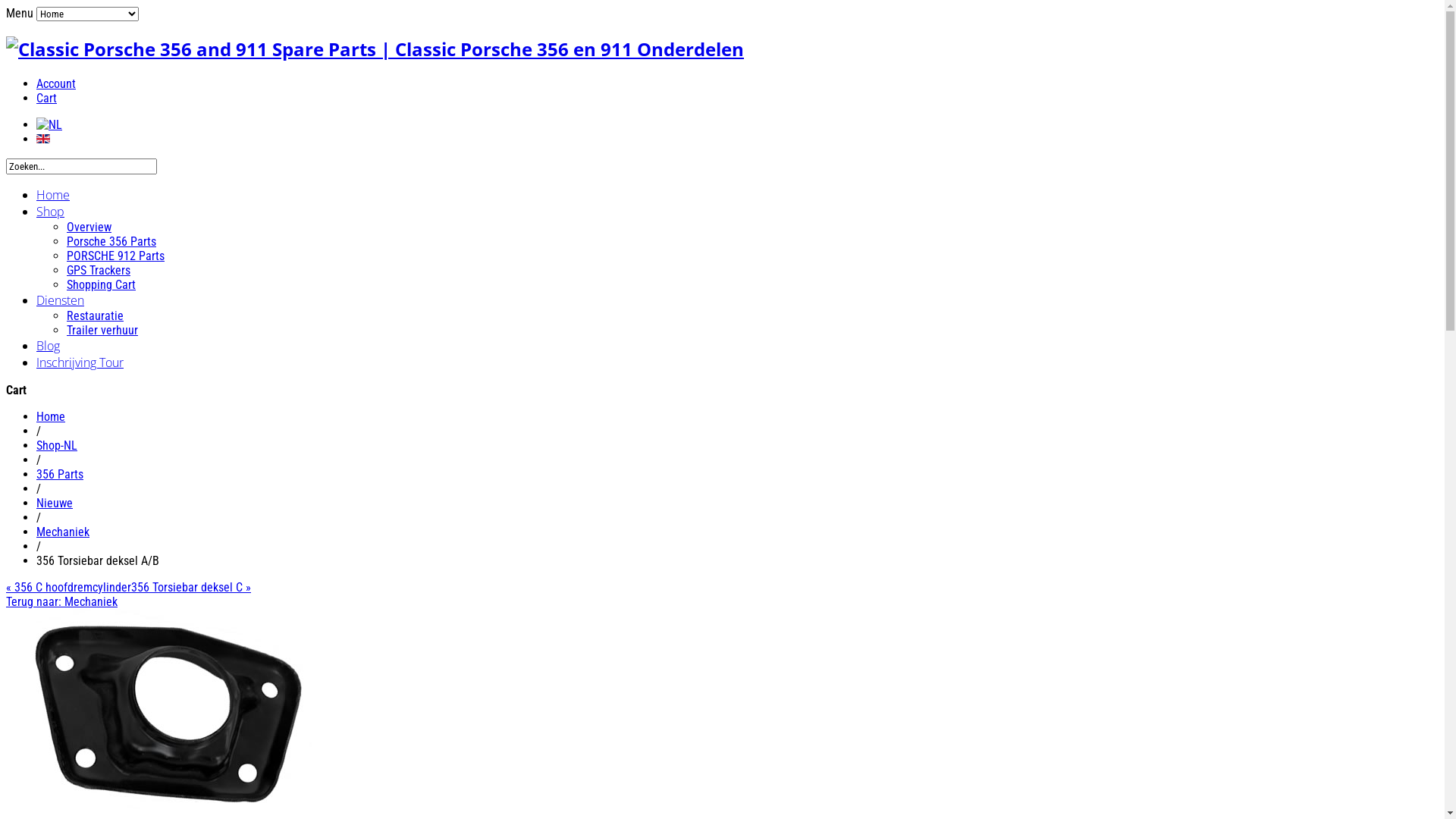  What do you see at coordinates (79, 362) in the screenshot?
I see `'Inschrijving Tour'` at bounding box center [79, 362].